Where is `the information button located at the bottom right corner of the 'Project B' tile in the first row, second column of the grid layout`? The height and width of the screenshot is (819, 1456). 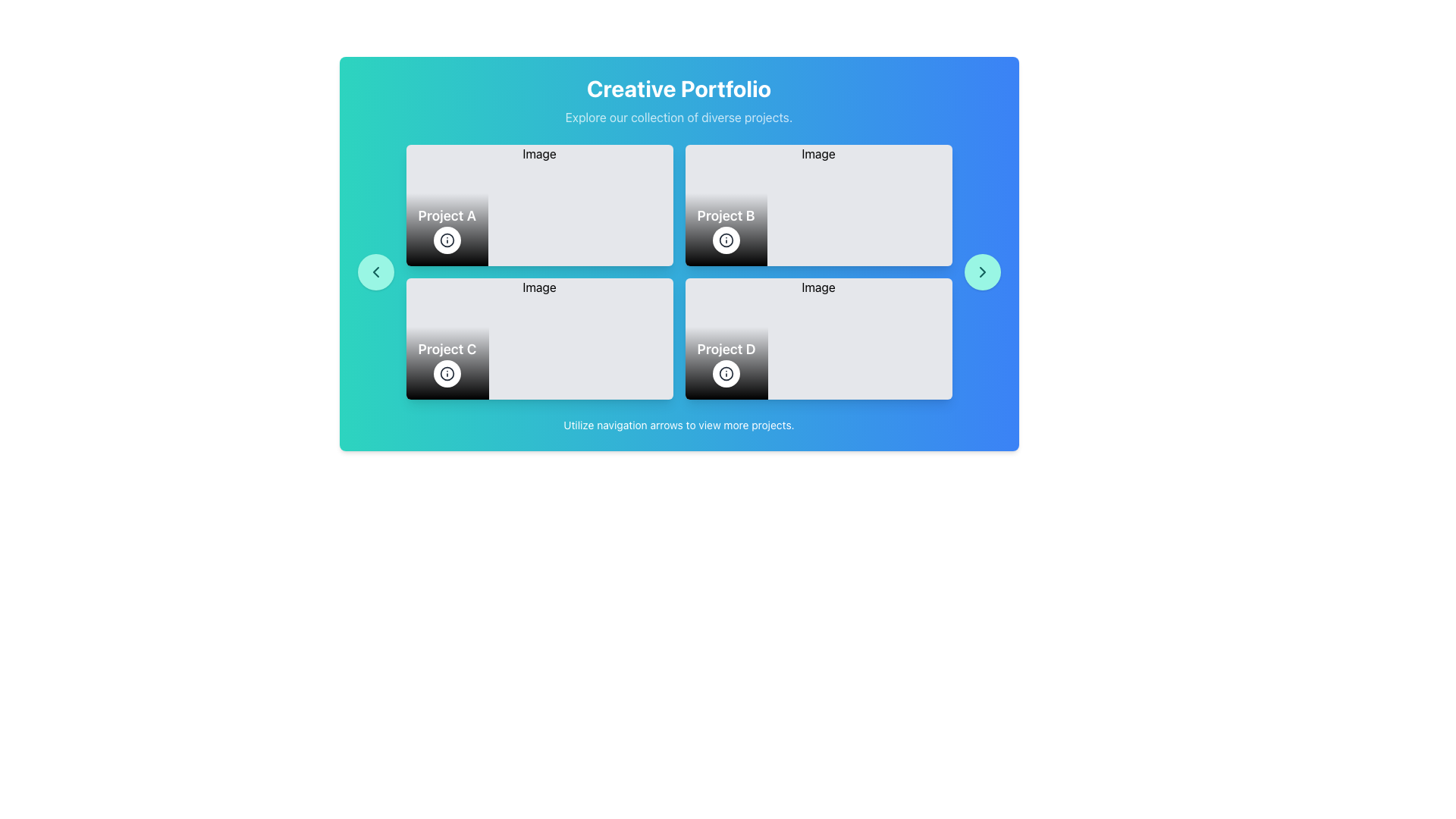 the information button located at the bottom right corner of the 'Project B' tile in the first row, second column of the grid layout is located at coordinates (725, 239).